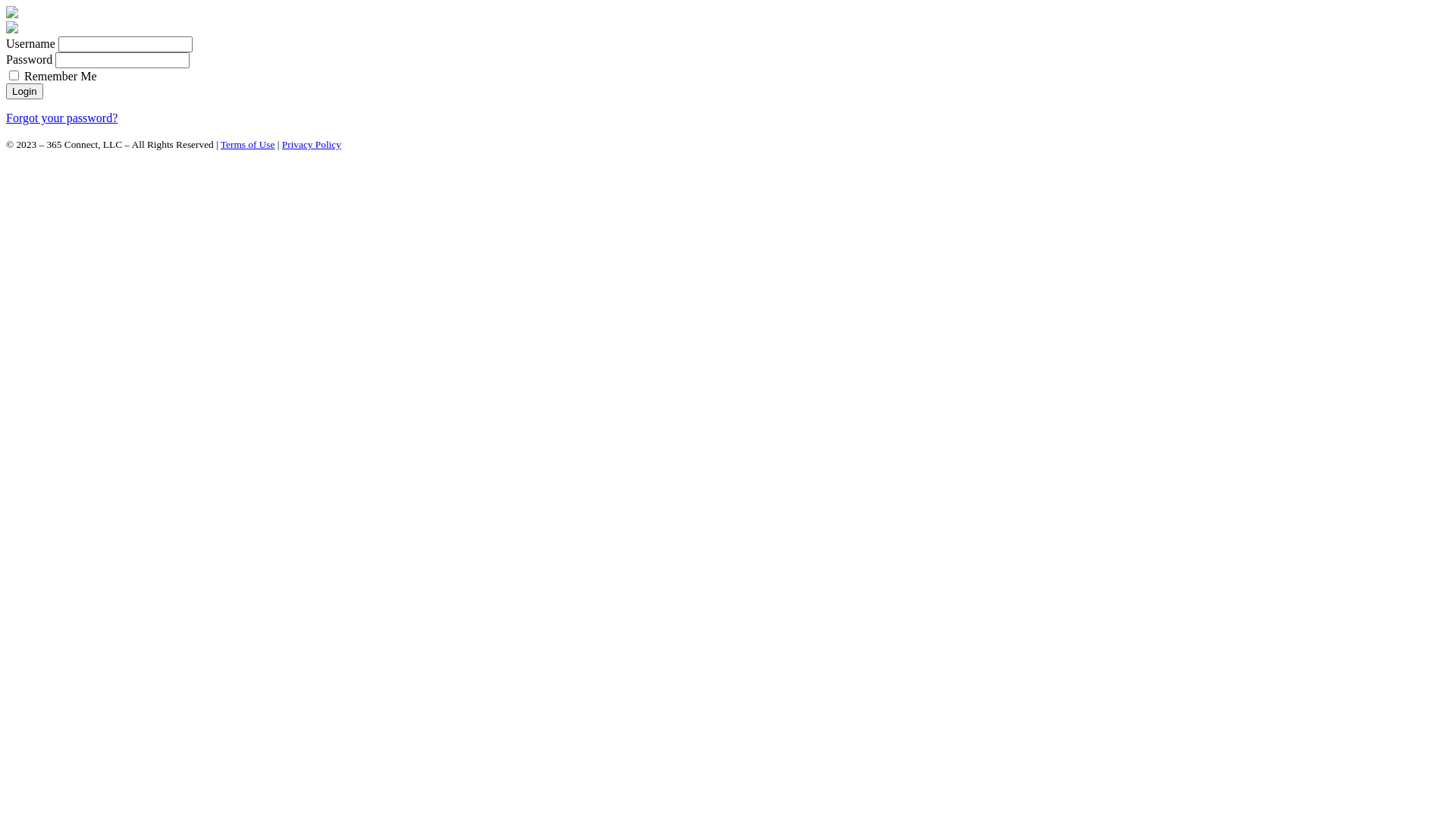 The height and width of the screenshot is (819, 1456). What do you see at coordinates (220, 144) in the screenshot?
I see `'Terms of Use'` at bounding box center [220, 144].